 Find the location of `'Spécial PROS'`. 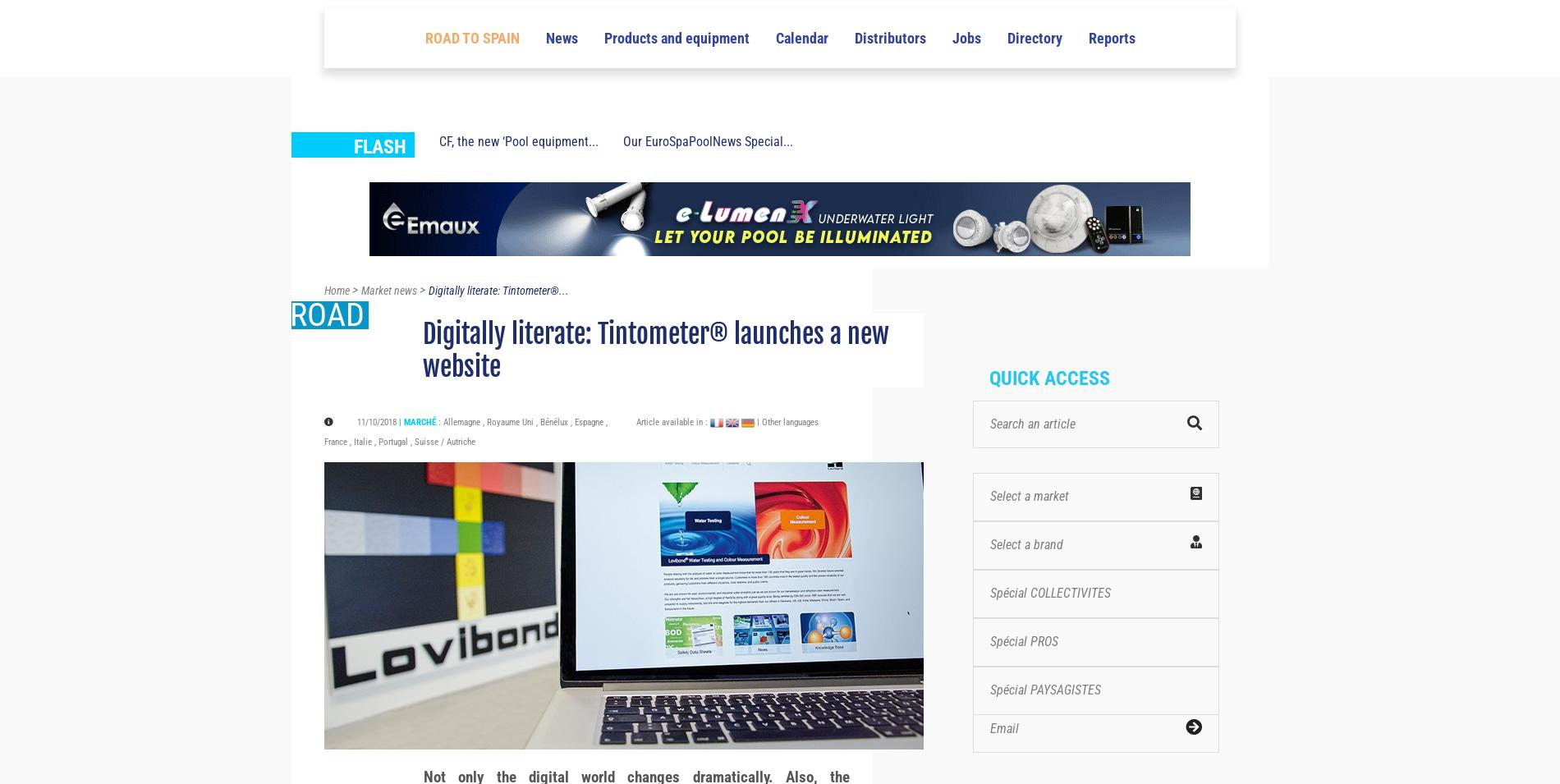

'Spécial PROS' is located at coordinates (1023, 671).